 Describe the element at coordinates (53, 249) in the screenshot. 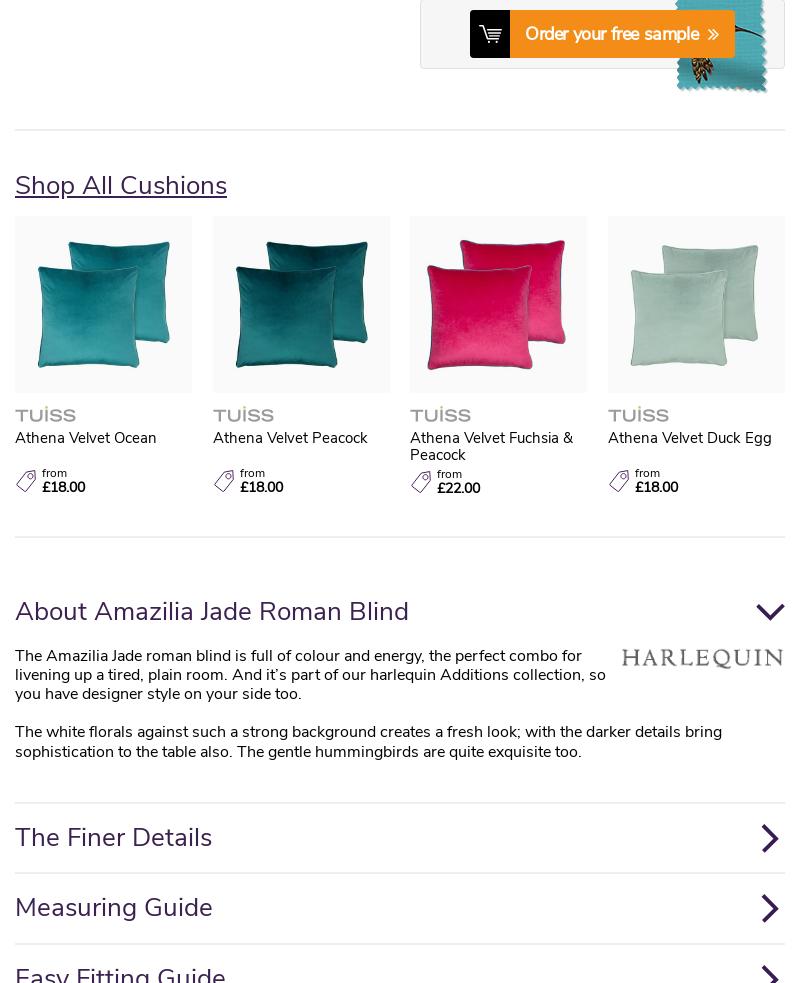

I see `'Press centre'` at that location.